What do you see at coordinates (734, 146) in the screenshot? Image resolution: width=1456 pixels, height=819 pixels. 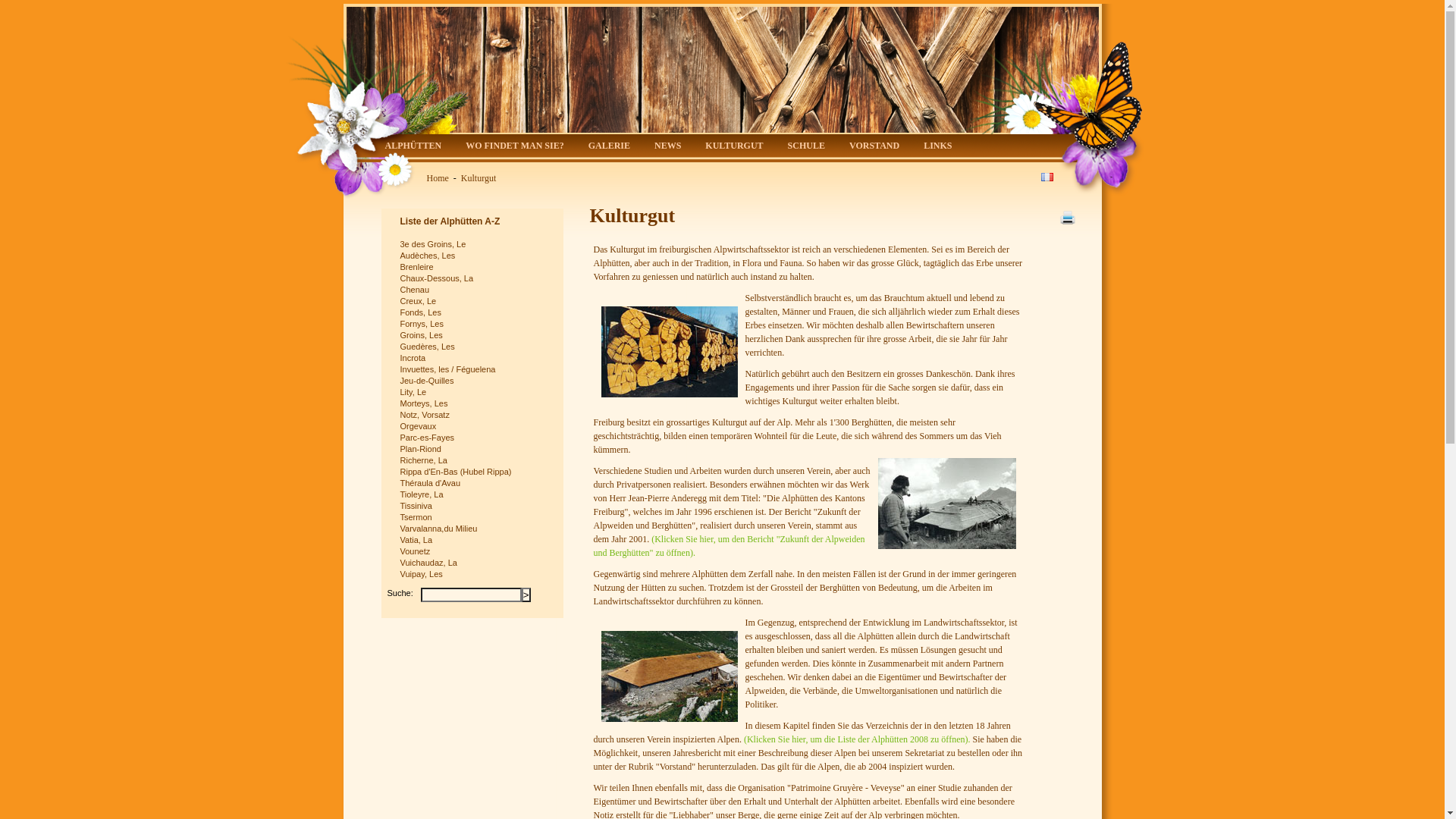 I see `'KULTURGUT'` at bounding box center [734, 146].